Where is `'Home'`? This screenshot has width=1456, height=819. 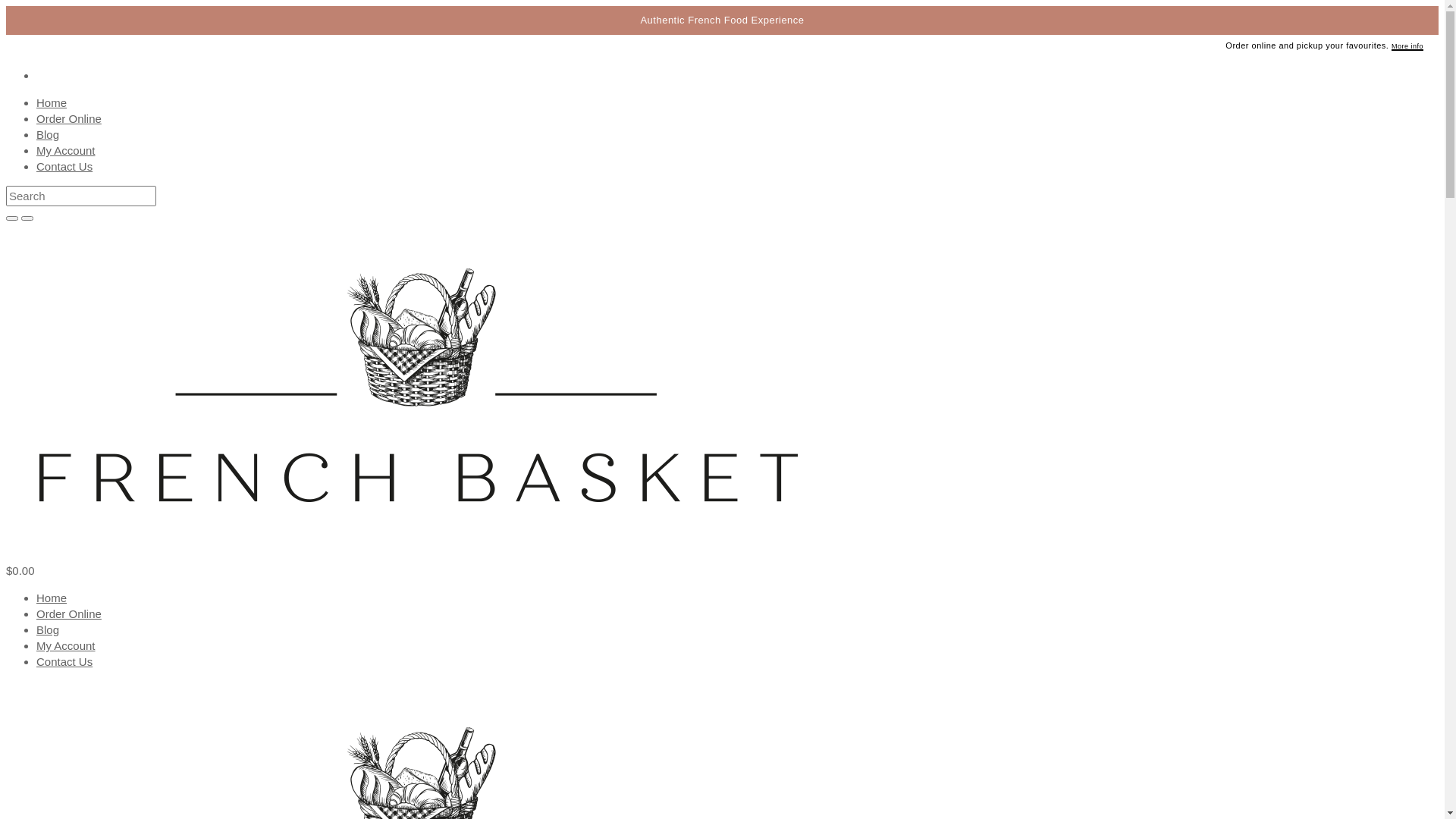
'Home' is located at coordinates (51, 102).